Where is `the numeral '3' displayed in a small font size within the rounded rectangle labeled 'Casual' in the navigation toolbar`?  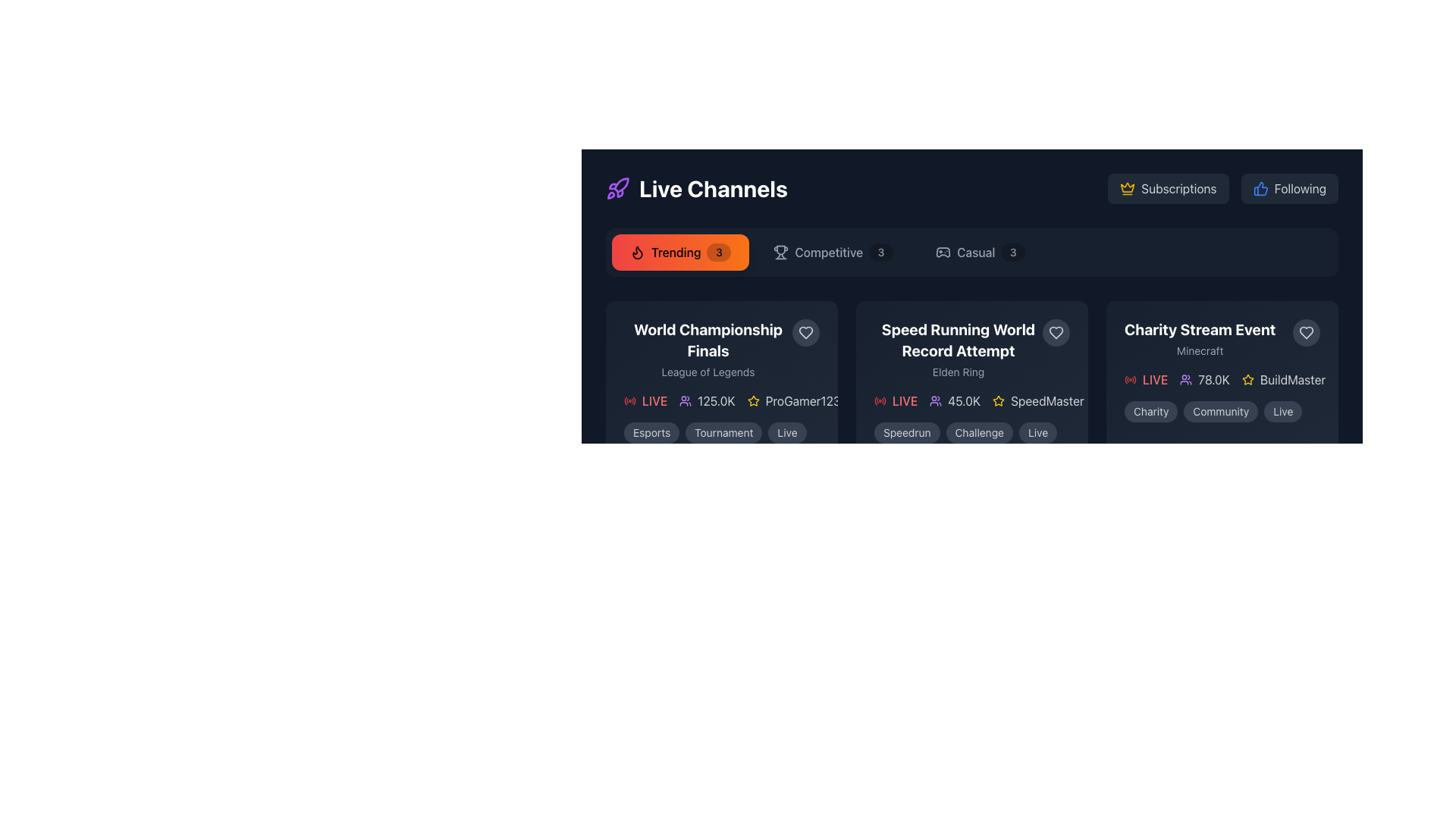
the numeral '3' displayed in a small font size within the rounded rectangle labeled 'Casual' in the navigation toolbar is located at coordinates (1013, 251).